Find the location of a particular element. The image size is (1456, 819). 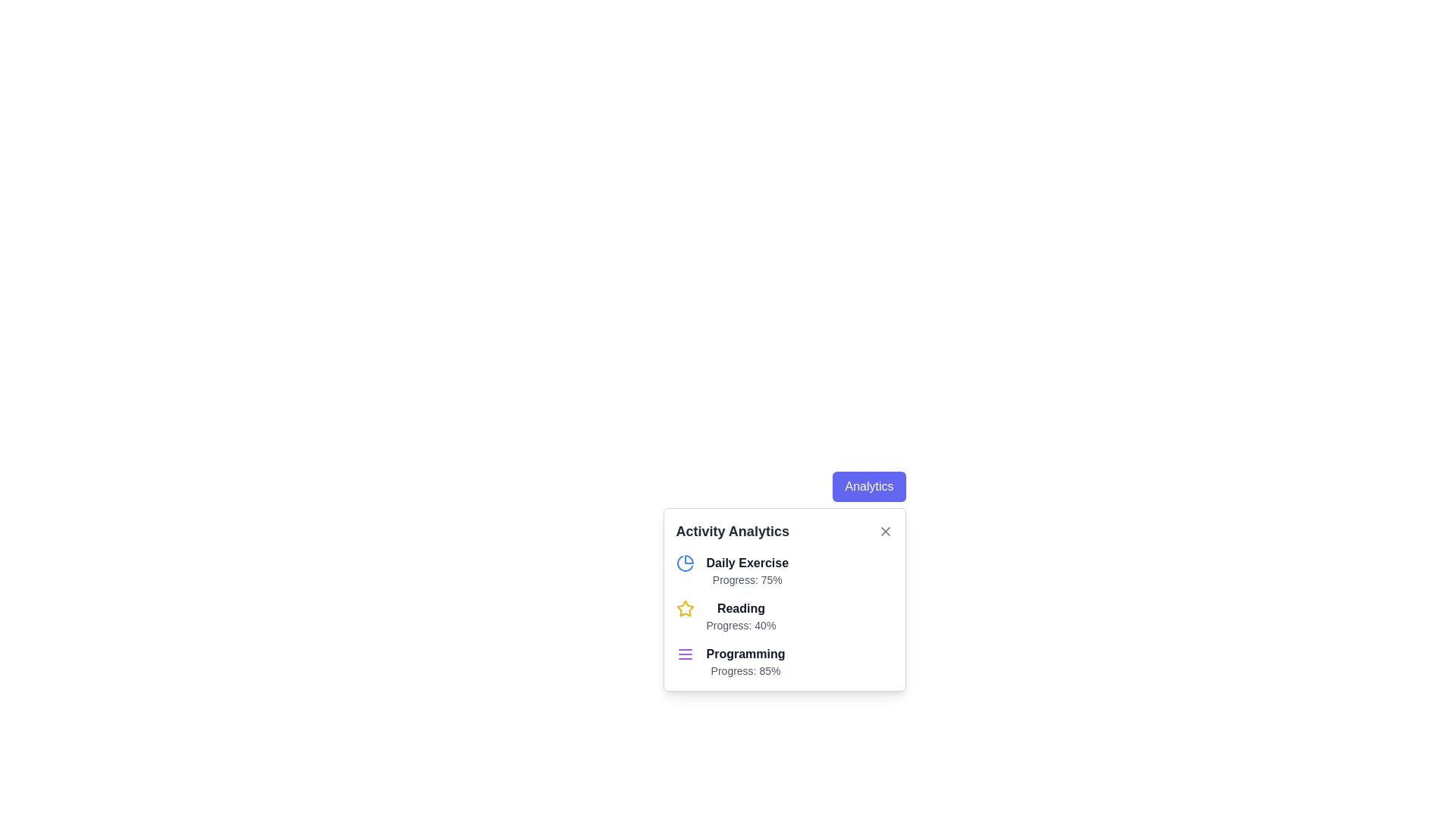

the star-shaped icon outlined in yellow, which precedes the text 'Reading' in the progress list, indicating the 'Reading' entry in the 'Activity Analytics' section is located at coordinates (684, 607).